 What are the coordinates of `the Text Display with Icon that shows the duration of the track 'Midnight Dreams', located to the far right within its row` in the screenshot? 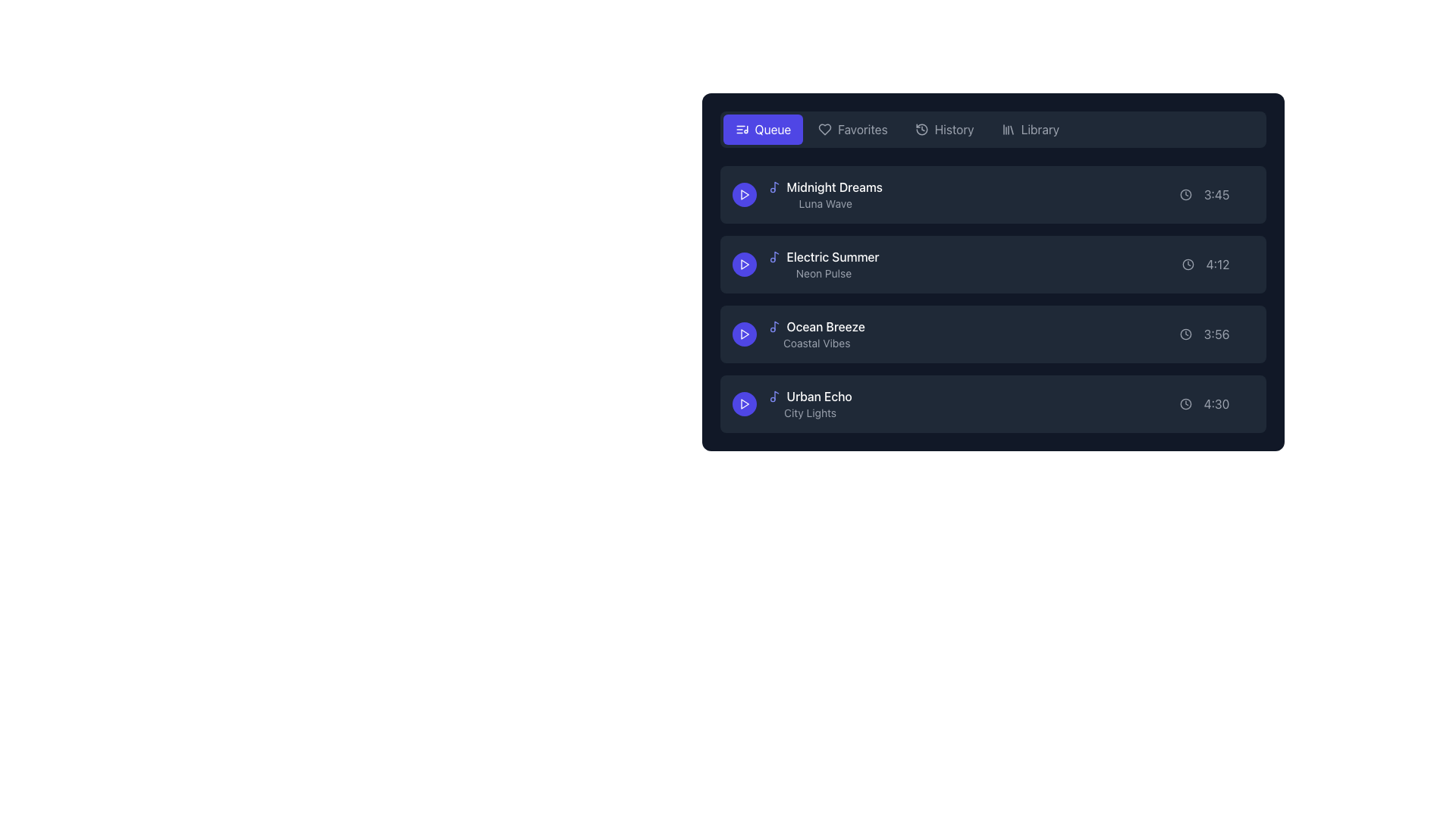 It's located at (1216, 194).